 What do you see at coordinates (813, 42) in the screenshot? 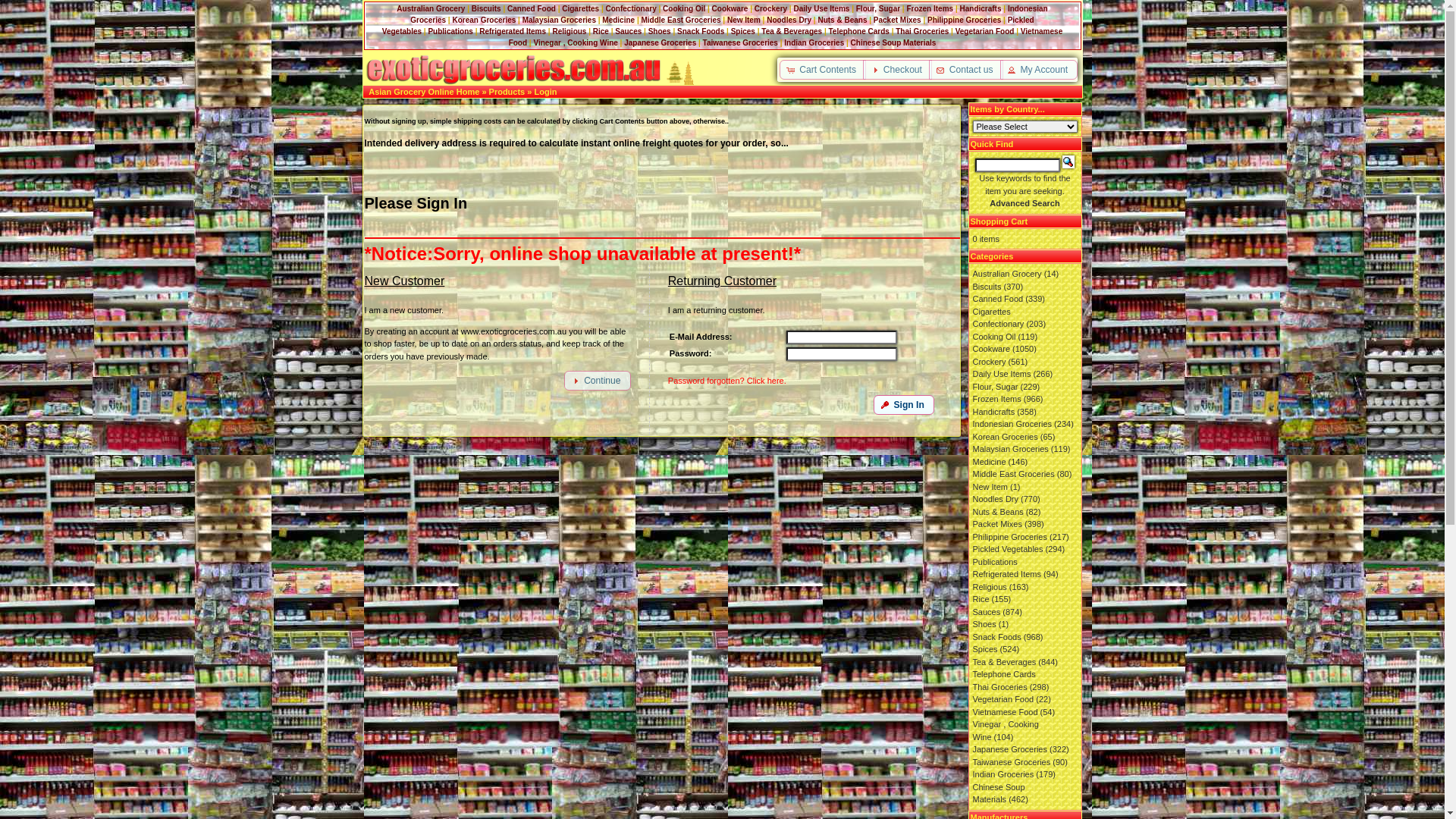
I see `'Indian Groceries'` at bounding box center [813, 42].